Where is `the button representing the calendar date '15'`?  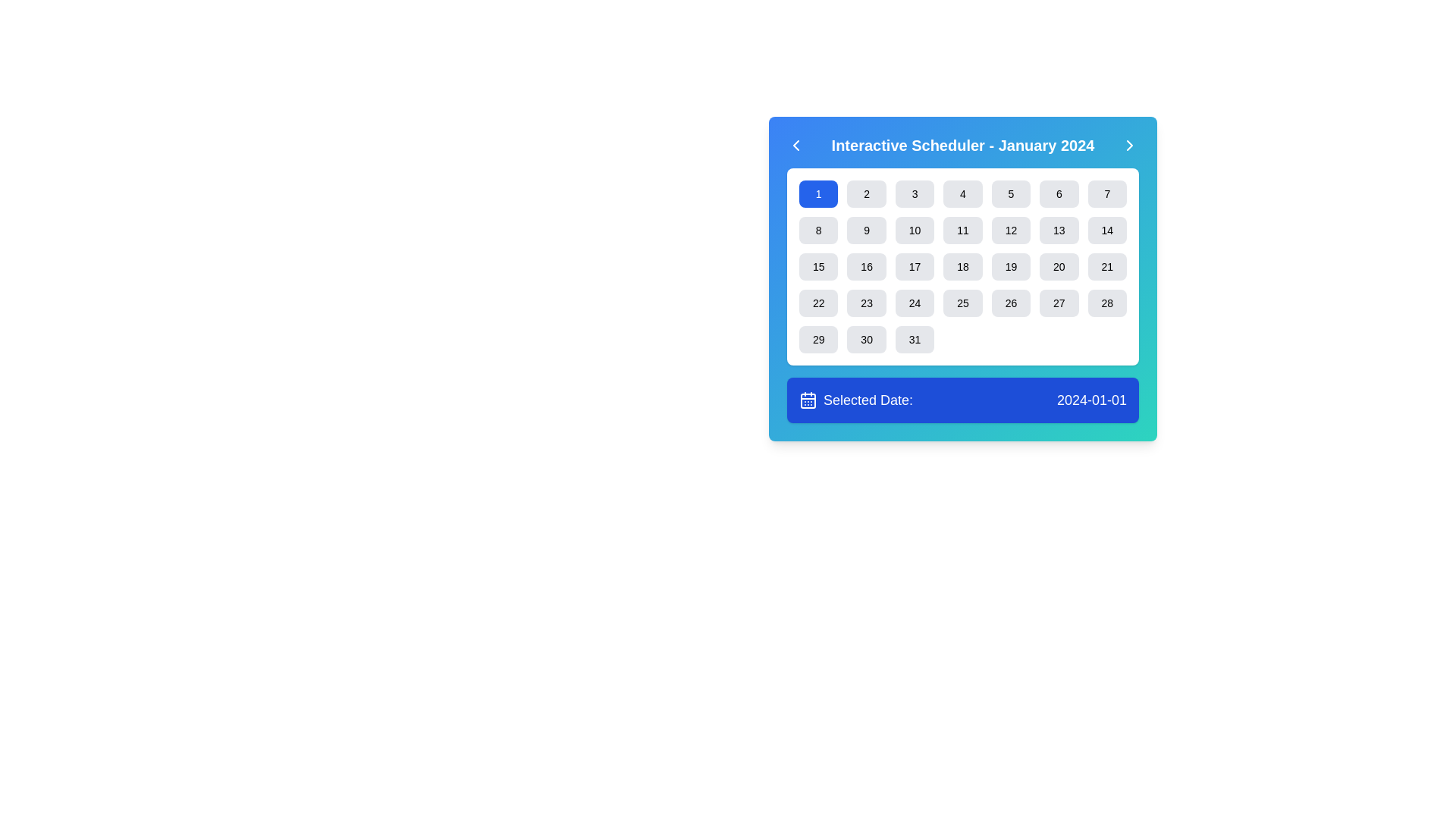
the button representing the calendar date '15' is located at coordinates (817, 265).